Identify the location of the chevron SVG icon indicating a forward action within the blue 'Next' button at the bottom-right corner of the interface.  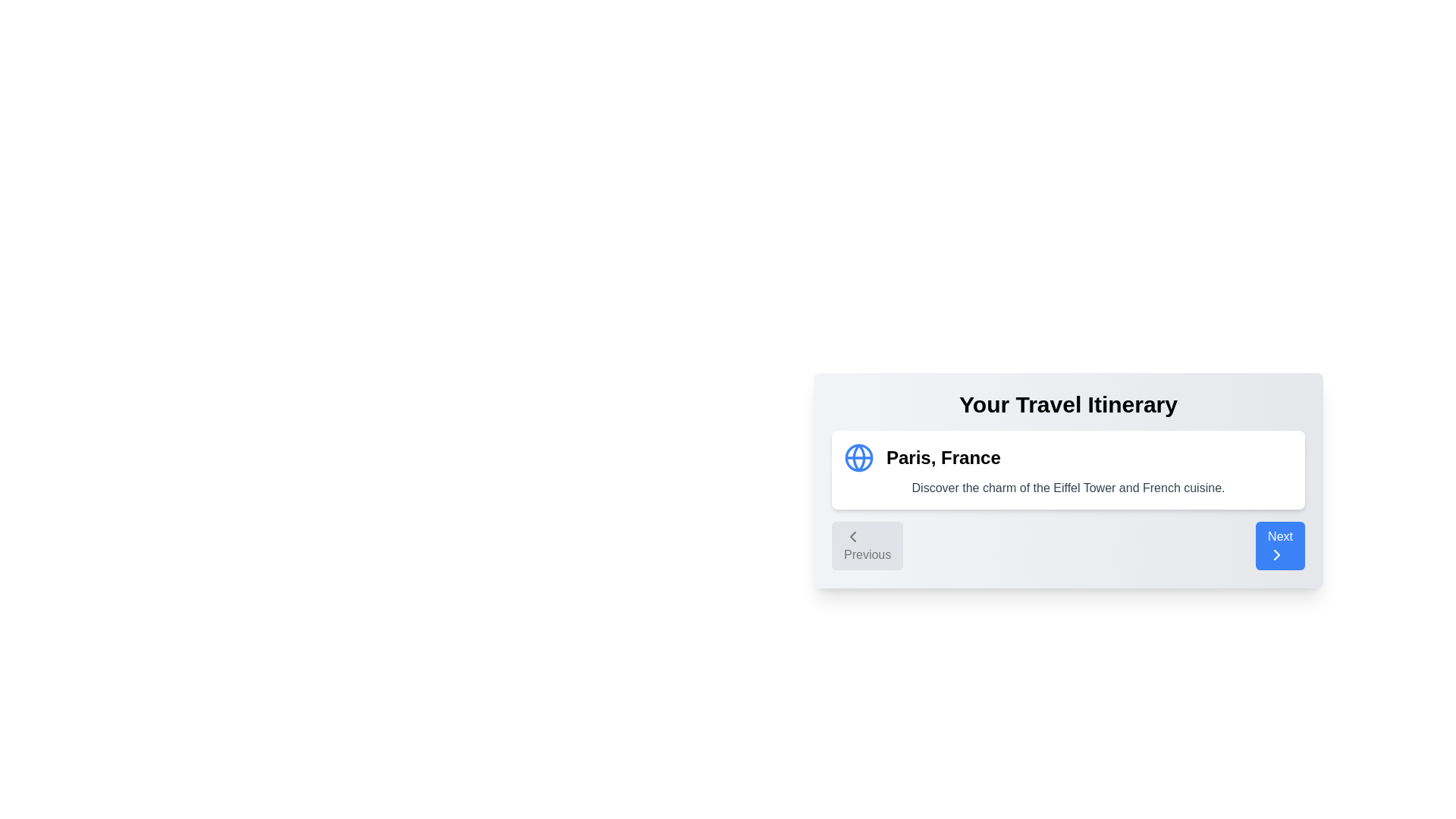
(1276, 555).